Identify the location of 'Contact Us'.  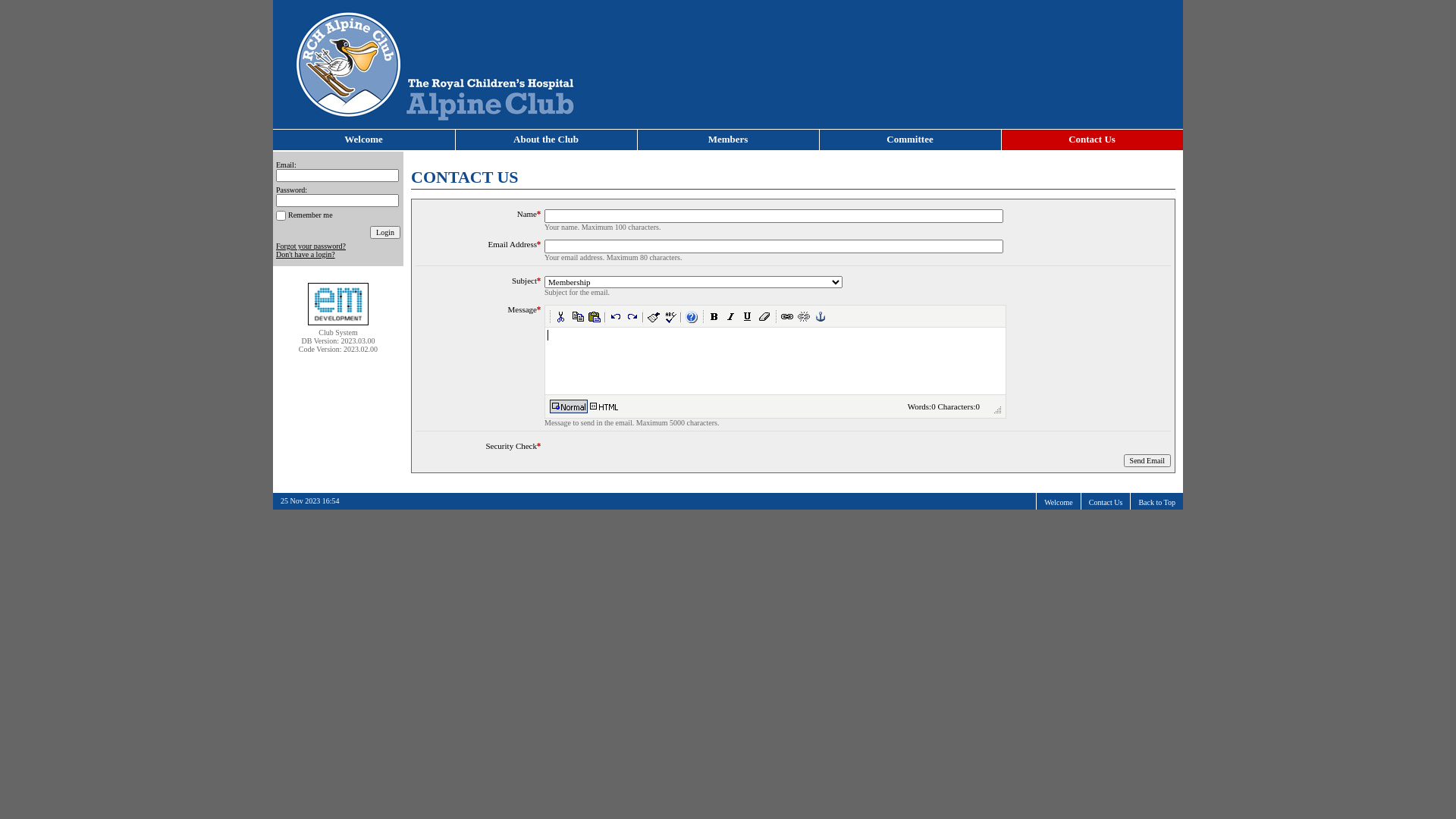
(1106, 502).